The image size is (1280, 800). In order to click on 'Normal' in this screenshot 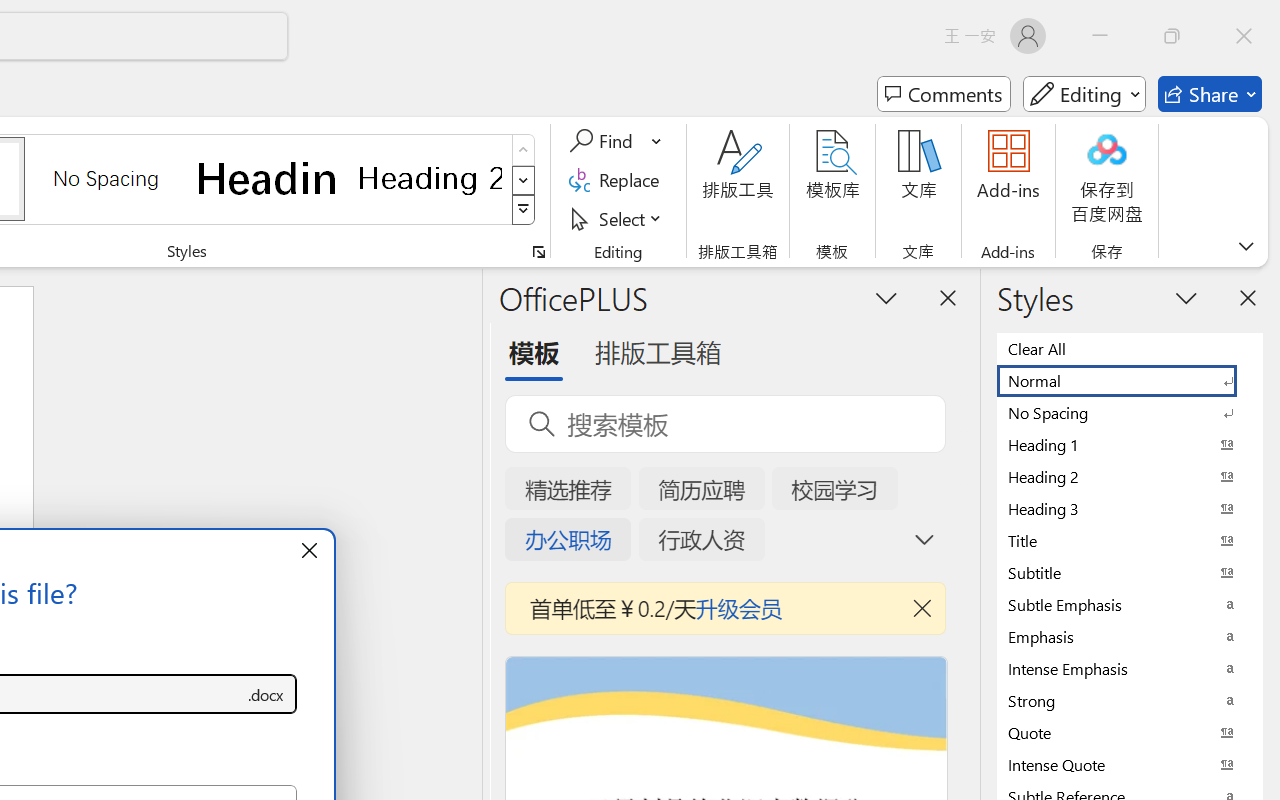, I will do `click(1130, 379)`.